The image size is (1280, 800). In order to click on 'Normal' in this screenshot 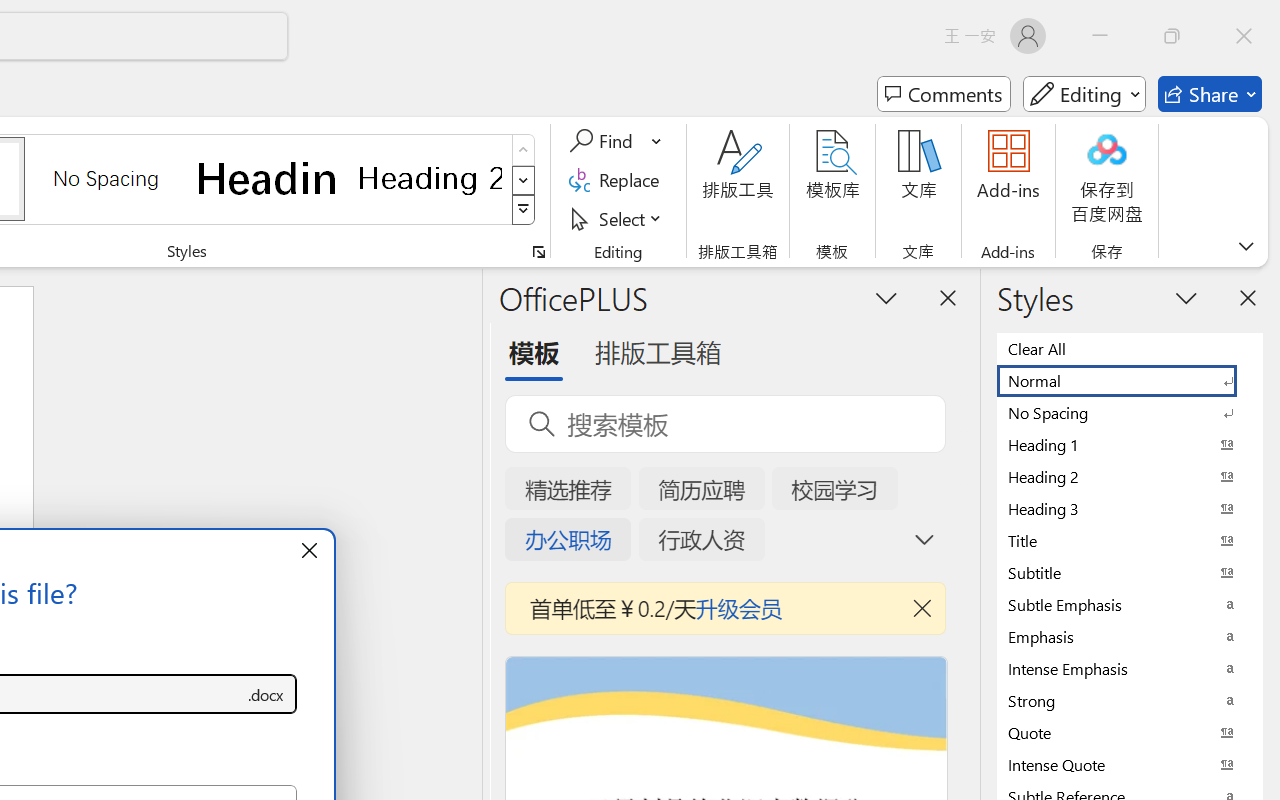, I will do `click(1130, 379)`.